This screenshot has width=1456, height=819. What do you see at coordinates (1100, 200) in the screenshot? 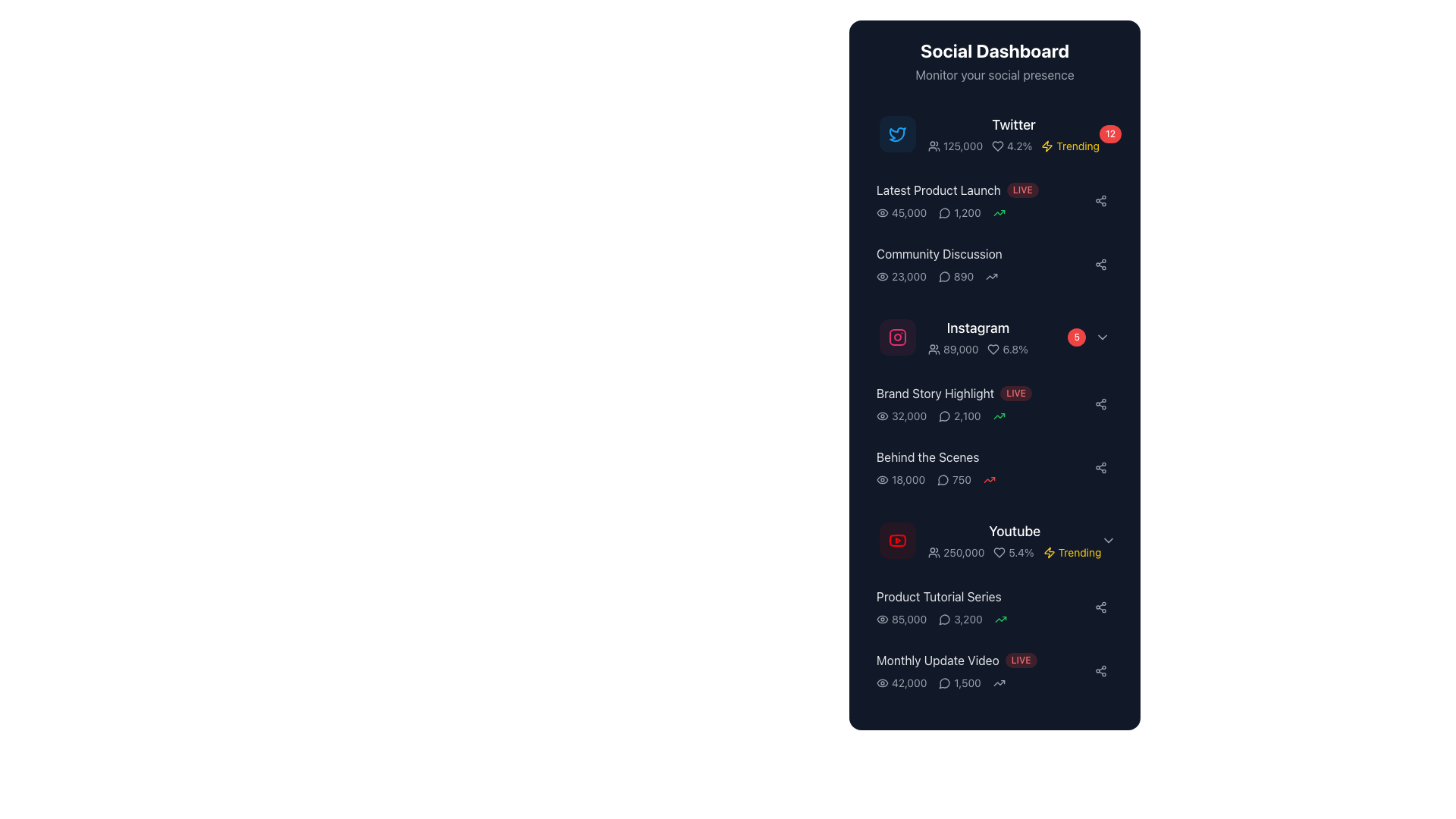
I see `the connected node graph icon located in the Social Dashboard to initiate sharing` at bounding box center [1100, 200].